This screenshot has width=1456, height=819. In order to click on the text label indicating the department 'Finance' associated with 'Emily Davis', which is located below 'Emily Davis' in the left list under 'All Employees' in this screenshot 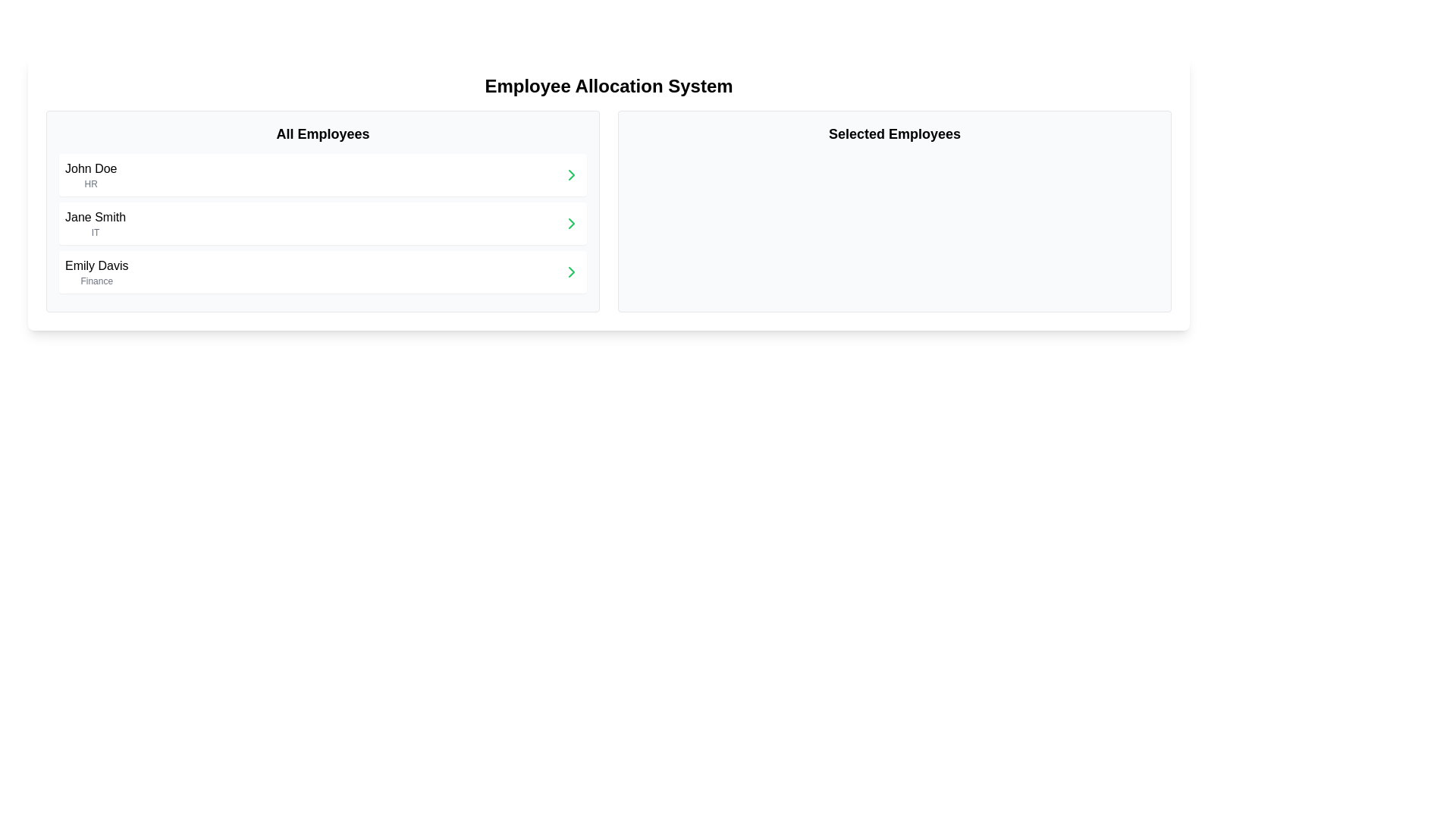, I will do `click(96, 281)`.